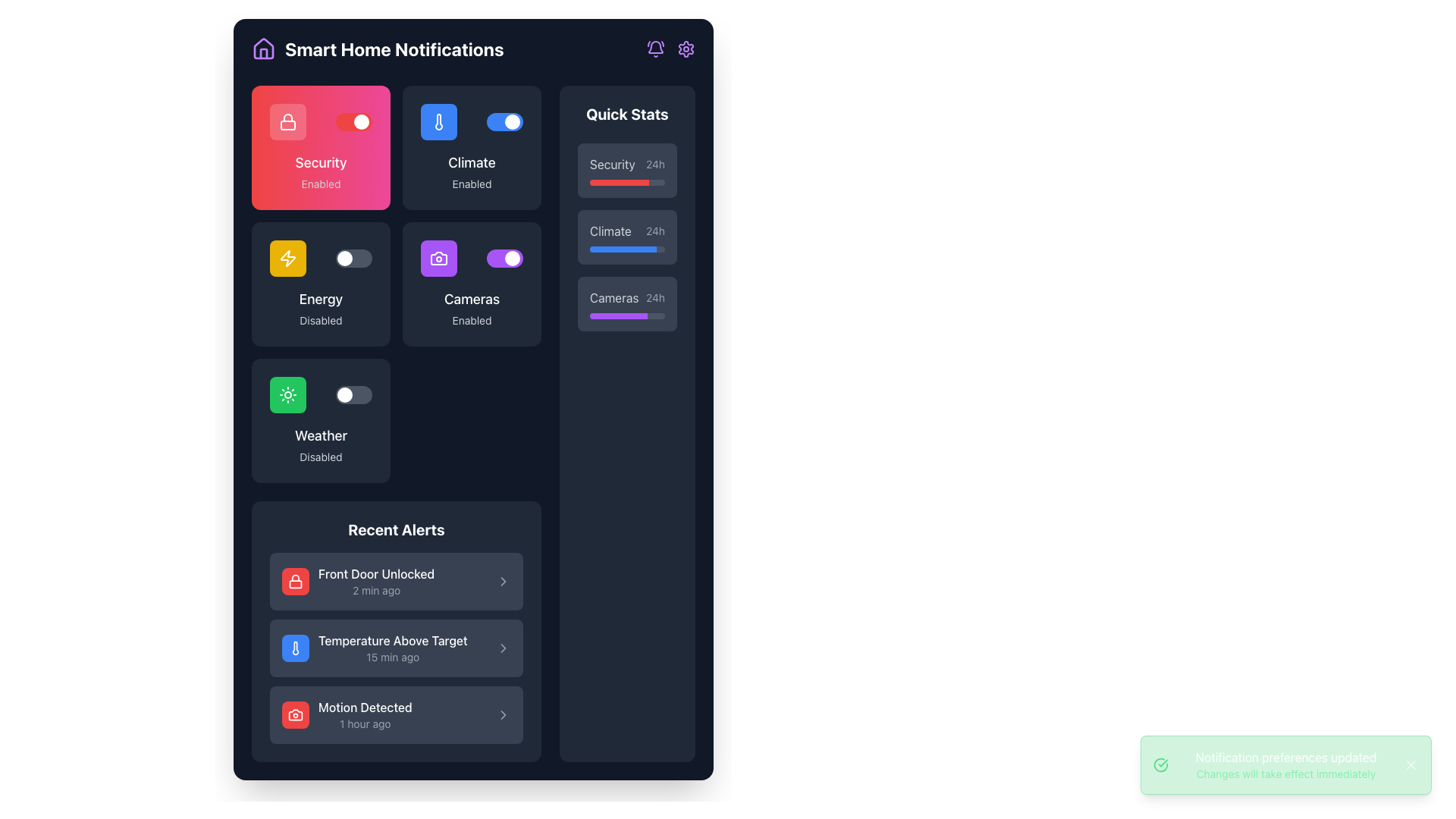  Describe the element at coordinates (295, 714) in the screenshot. I see `the square-shaped Icon button with a red background and a white camera icon located in the 'Recent Alerts' section` at that location.